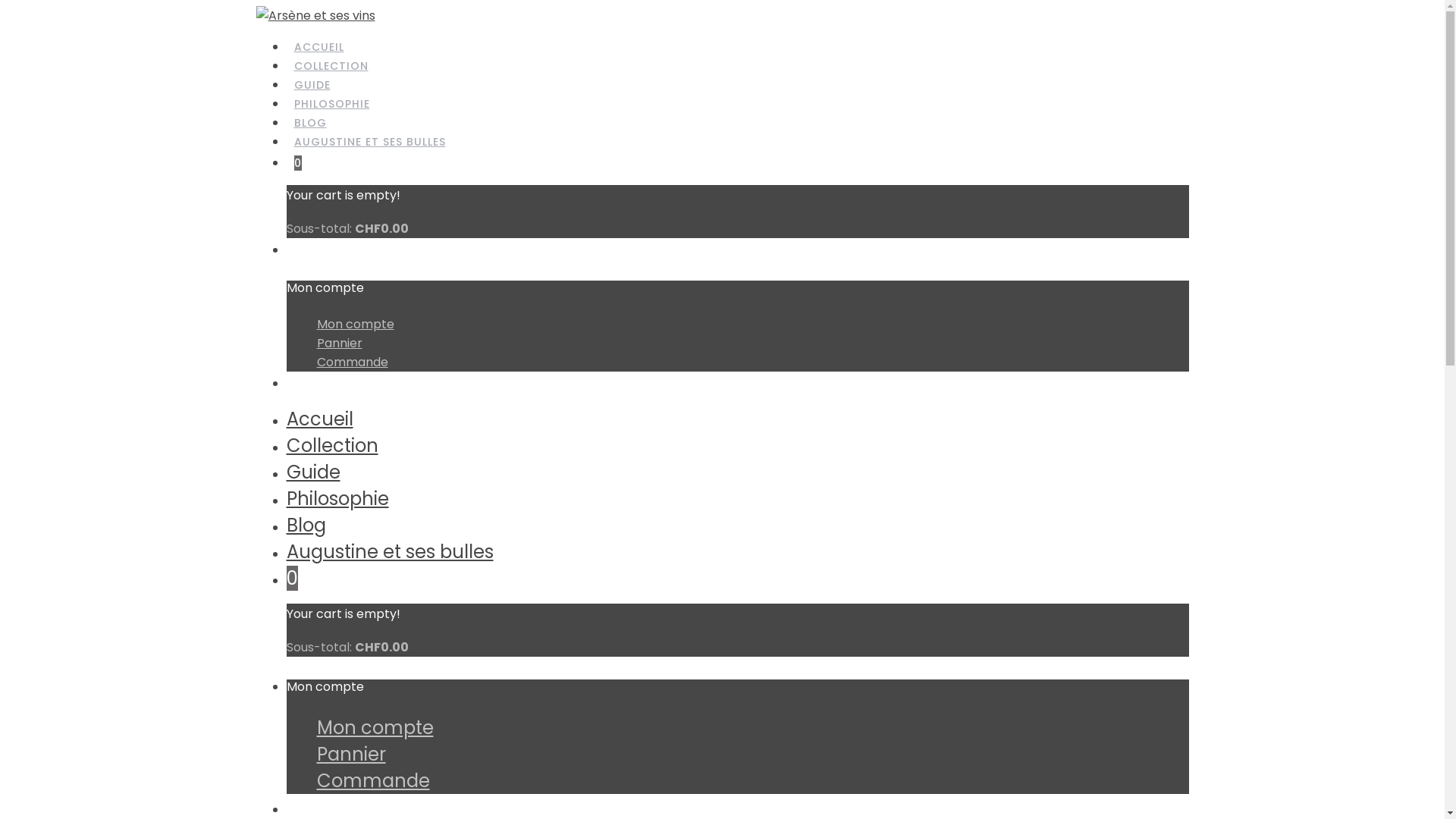  Describe the element at coordinates (330, 66) in the screenshot. I see `'COLLECTION'` at that location.